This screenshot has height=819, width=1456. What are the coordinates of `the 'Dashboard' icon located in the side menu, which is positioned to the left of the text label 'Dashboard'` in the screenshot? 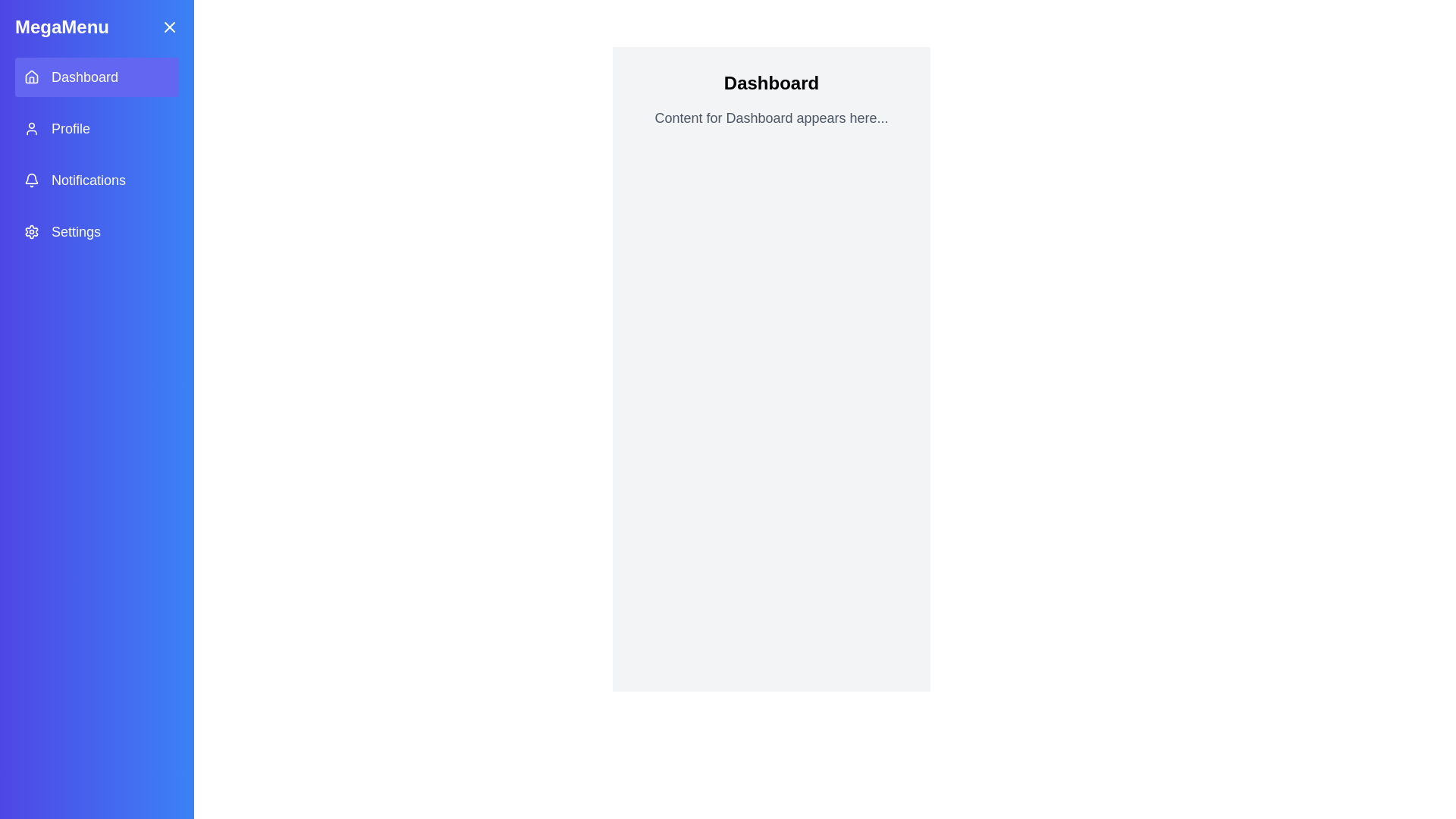 It's located at (32, 76).